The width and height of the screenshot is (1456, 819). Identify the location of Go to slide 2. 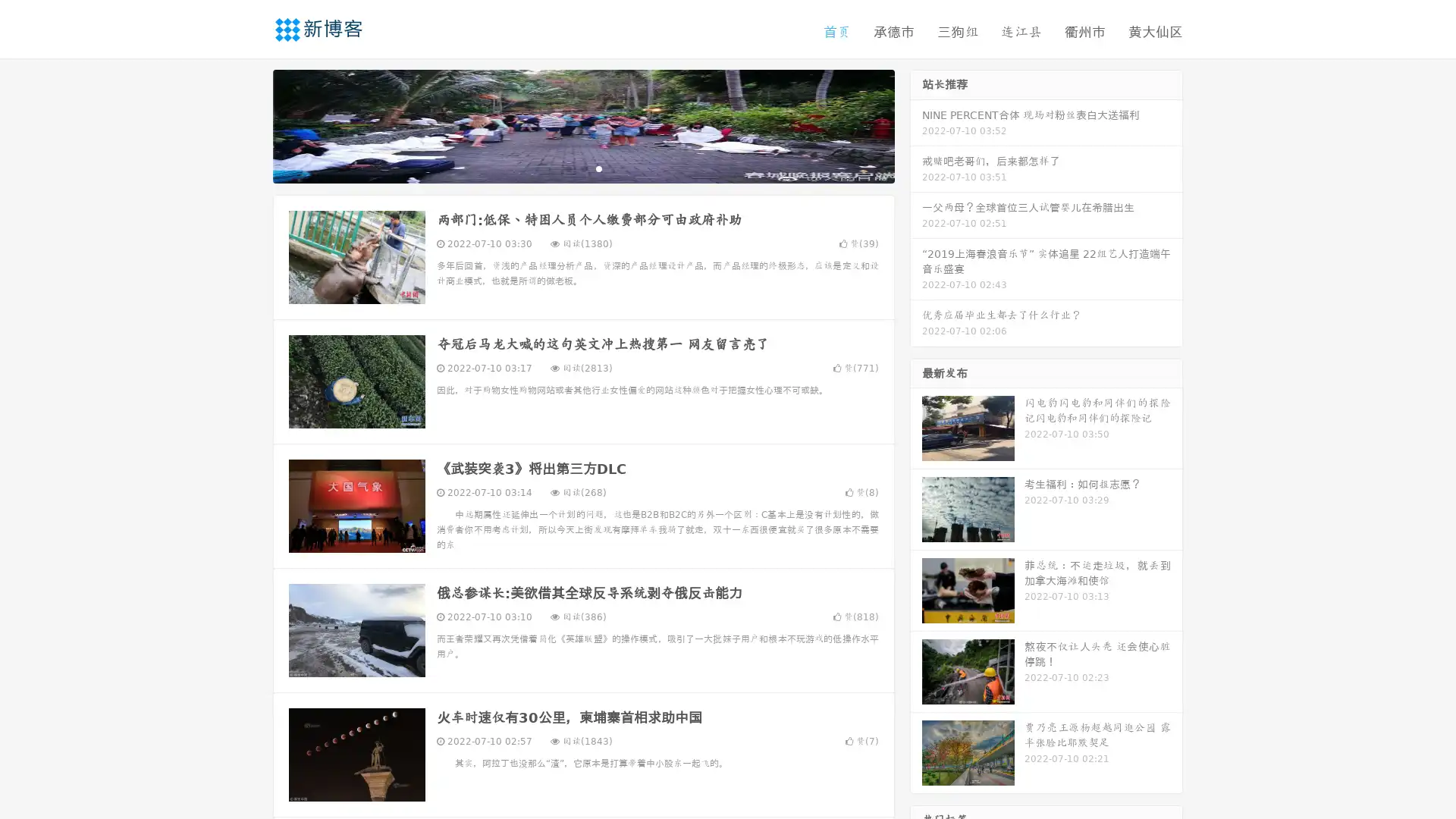
(582, 171).